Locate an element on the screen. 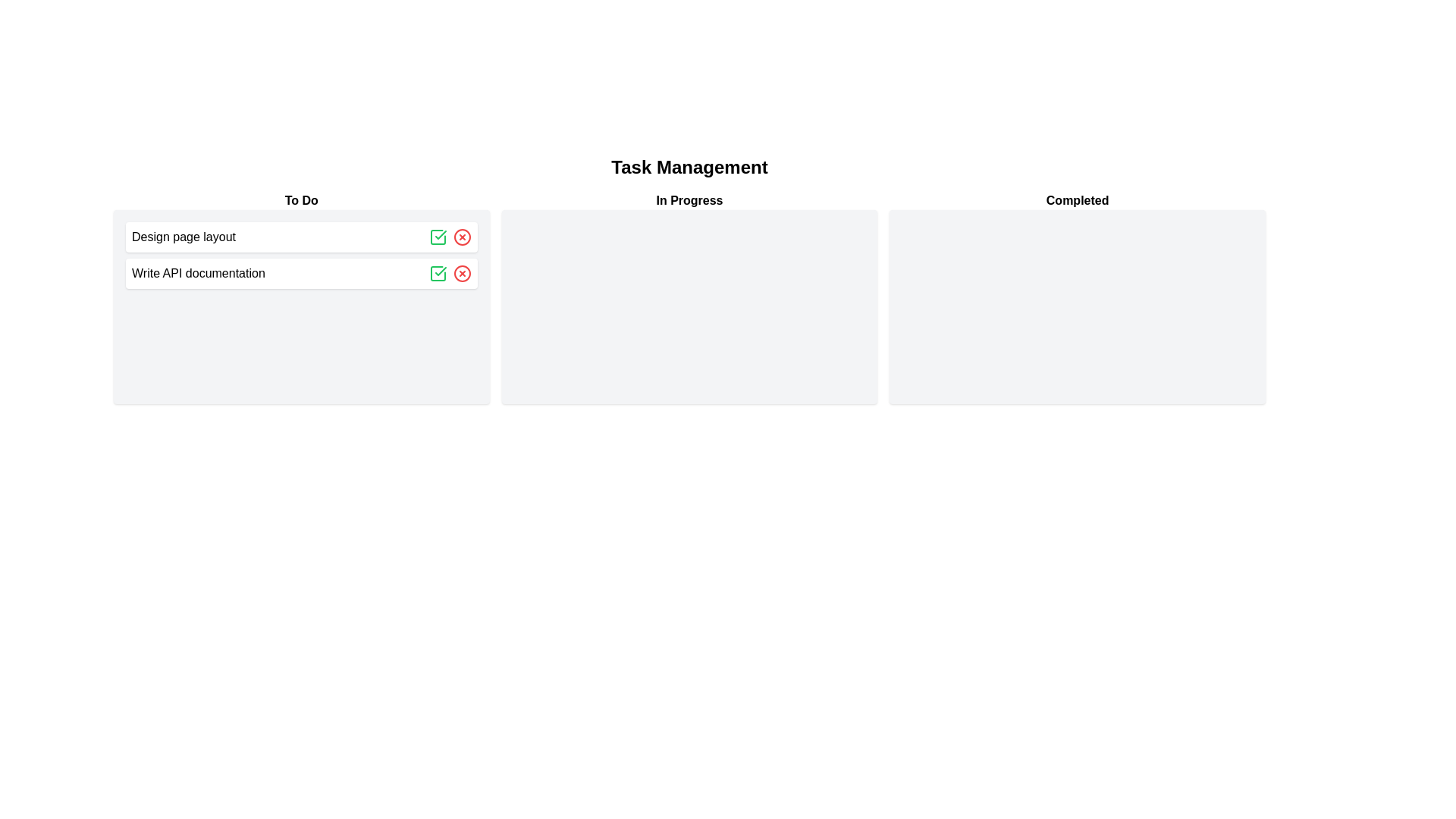 This screenshot has height=819, width=1456. the header labeled 'To Do' to interact with it is located at coordinates (301, 200).